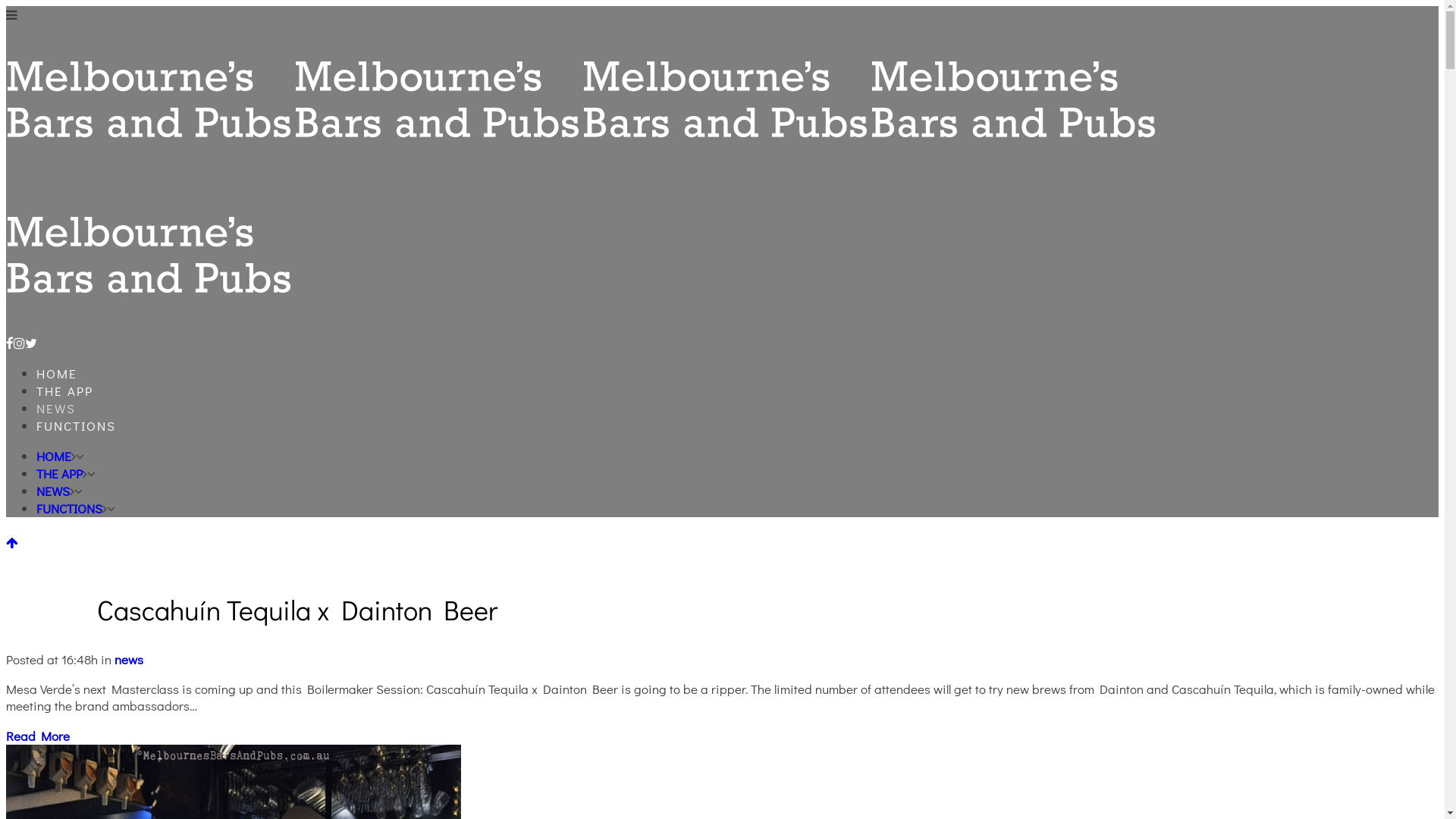  I want to click on 'news', so click(113, 658).